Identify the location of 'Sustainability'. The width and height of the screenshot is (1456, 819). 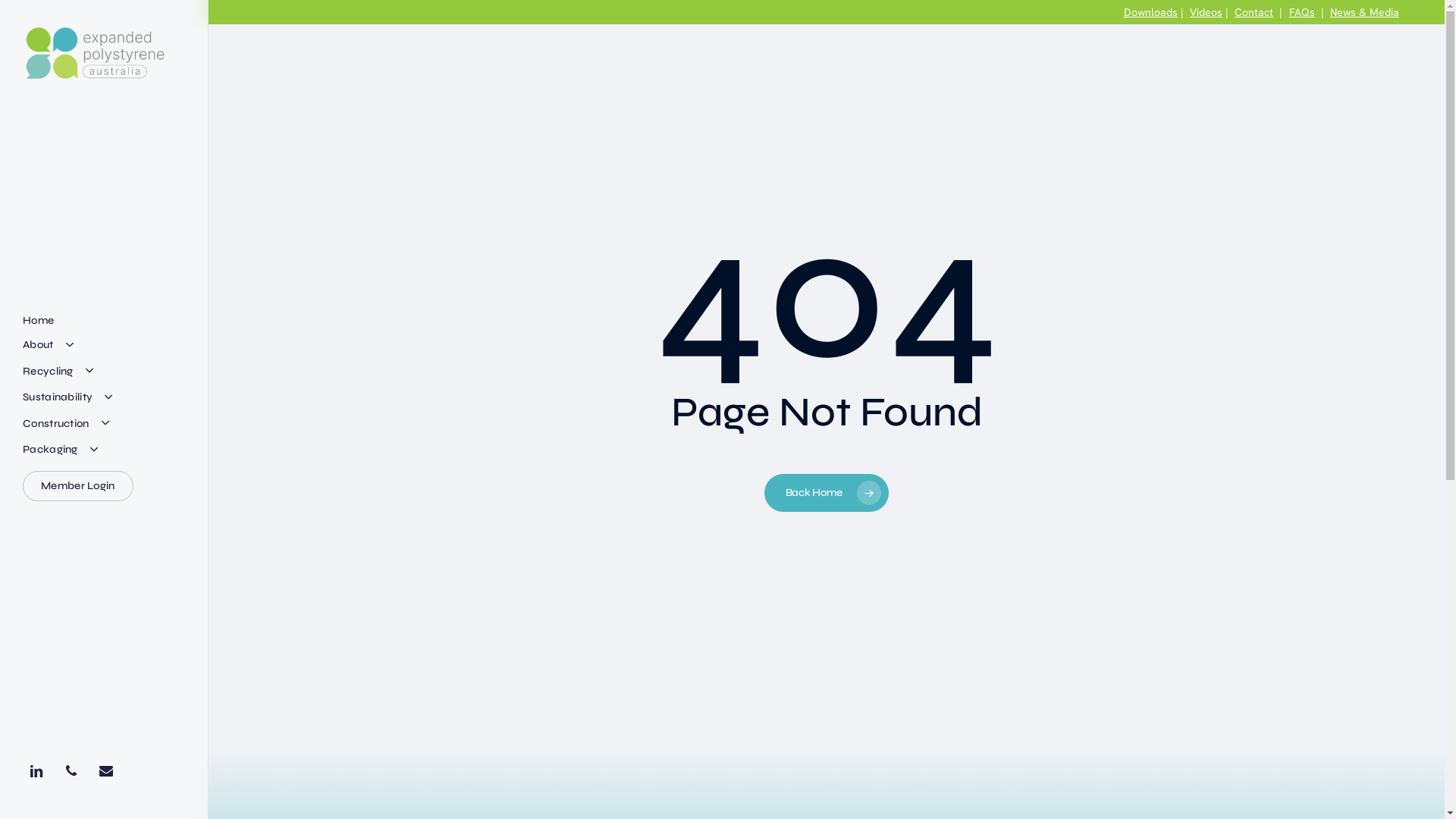
(68, 397).